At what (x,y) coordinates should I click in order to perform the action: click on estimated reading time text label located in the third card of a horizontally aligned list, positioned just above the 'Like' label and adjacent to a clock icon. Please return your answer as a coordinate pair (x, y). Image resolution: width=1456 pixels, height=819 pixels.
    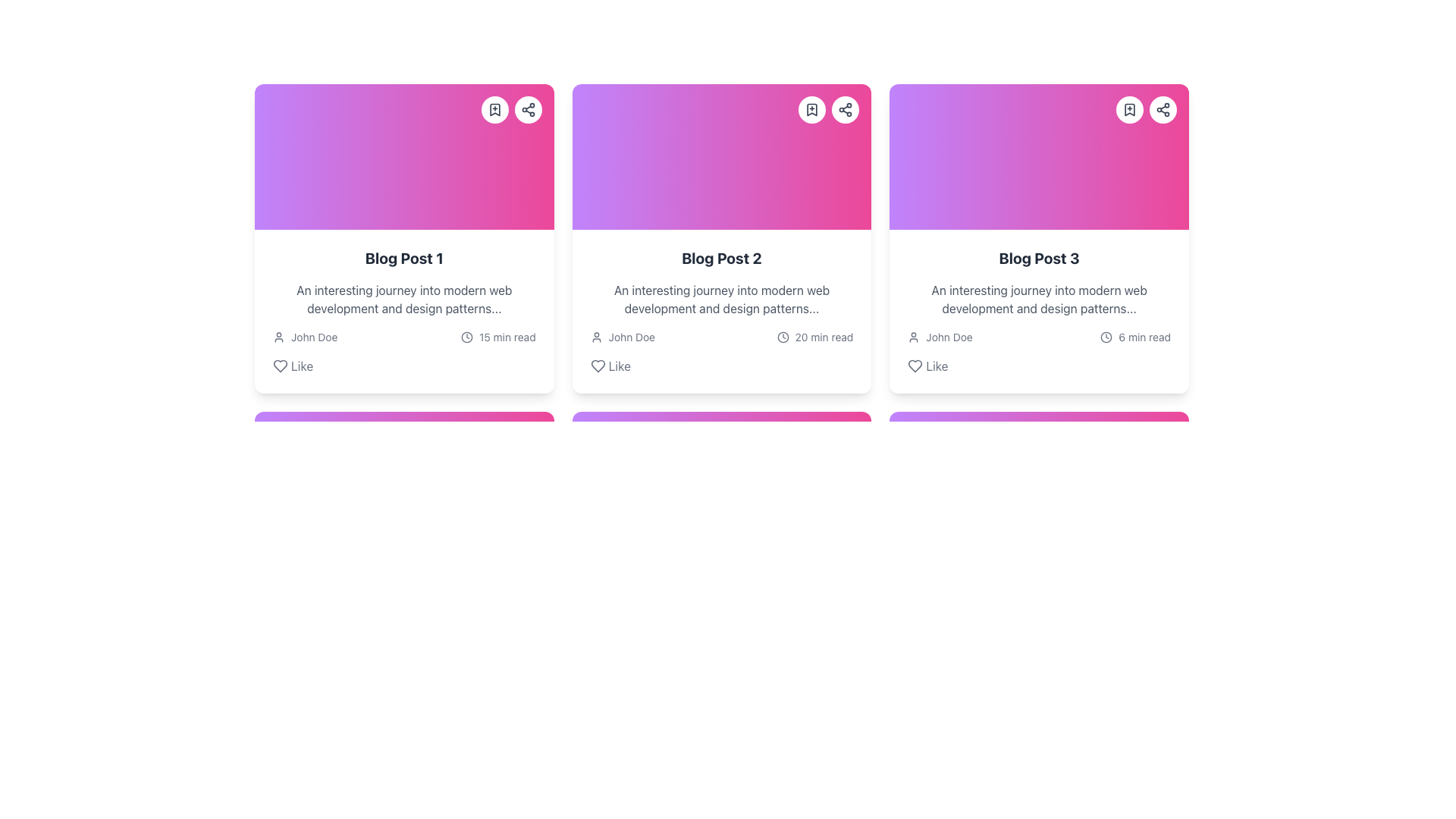
    Looking at the image, I should click on (1144, 336).